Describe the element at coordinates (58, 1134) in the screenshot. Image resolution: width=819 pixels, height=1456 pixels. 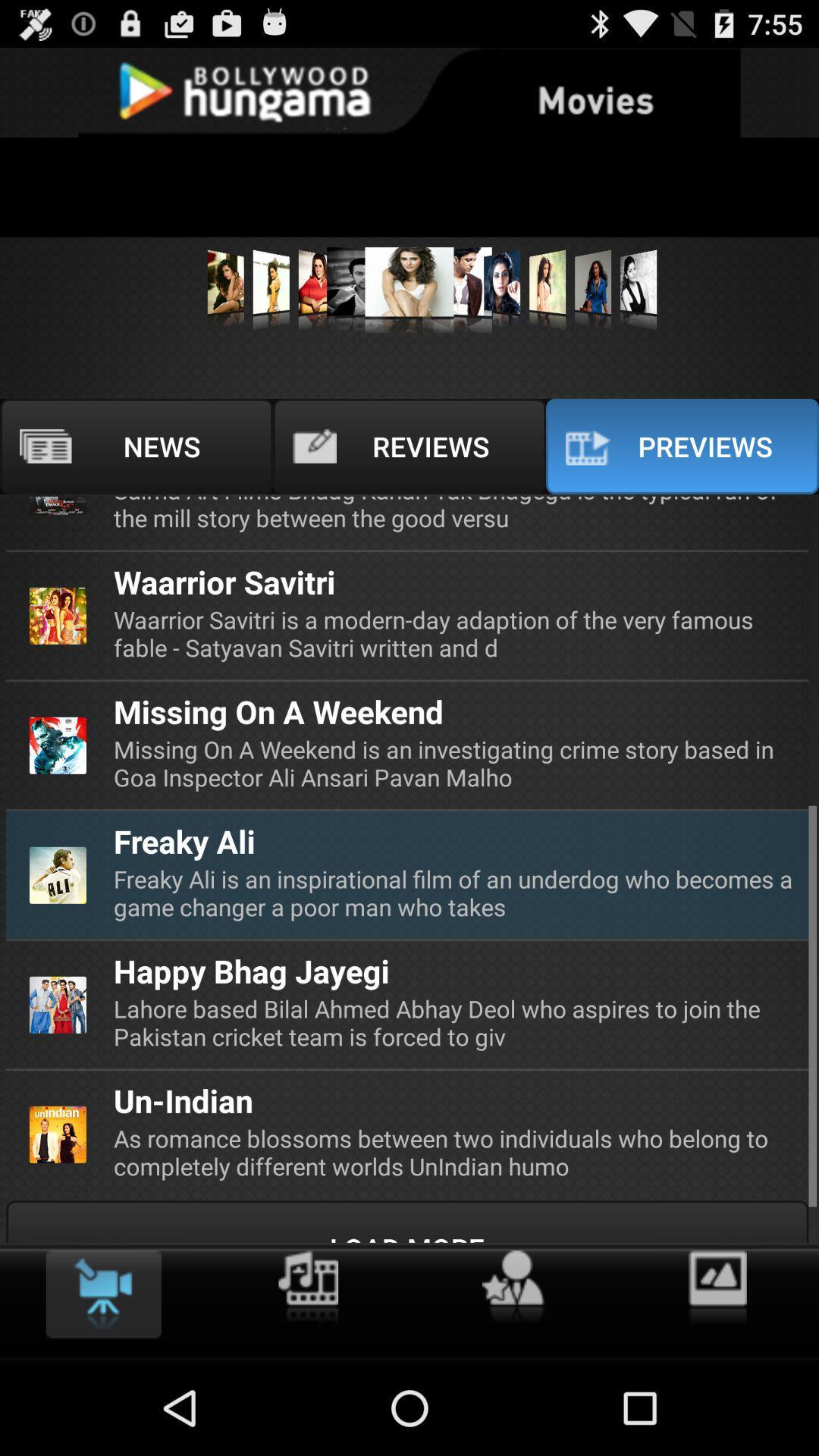
I see `bottom of the left corner image` at that location.